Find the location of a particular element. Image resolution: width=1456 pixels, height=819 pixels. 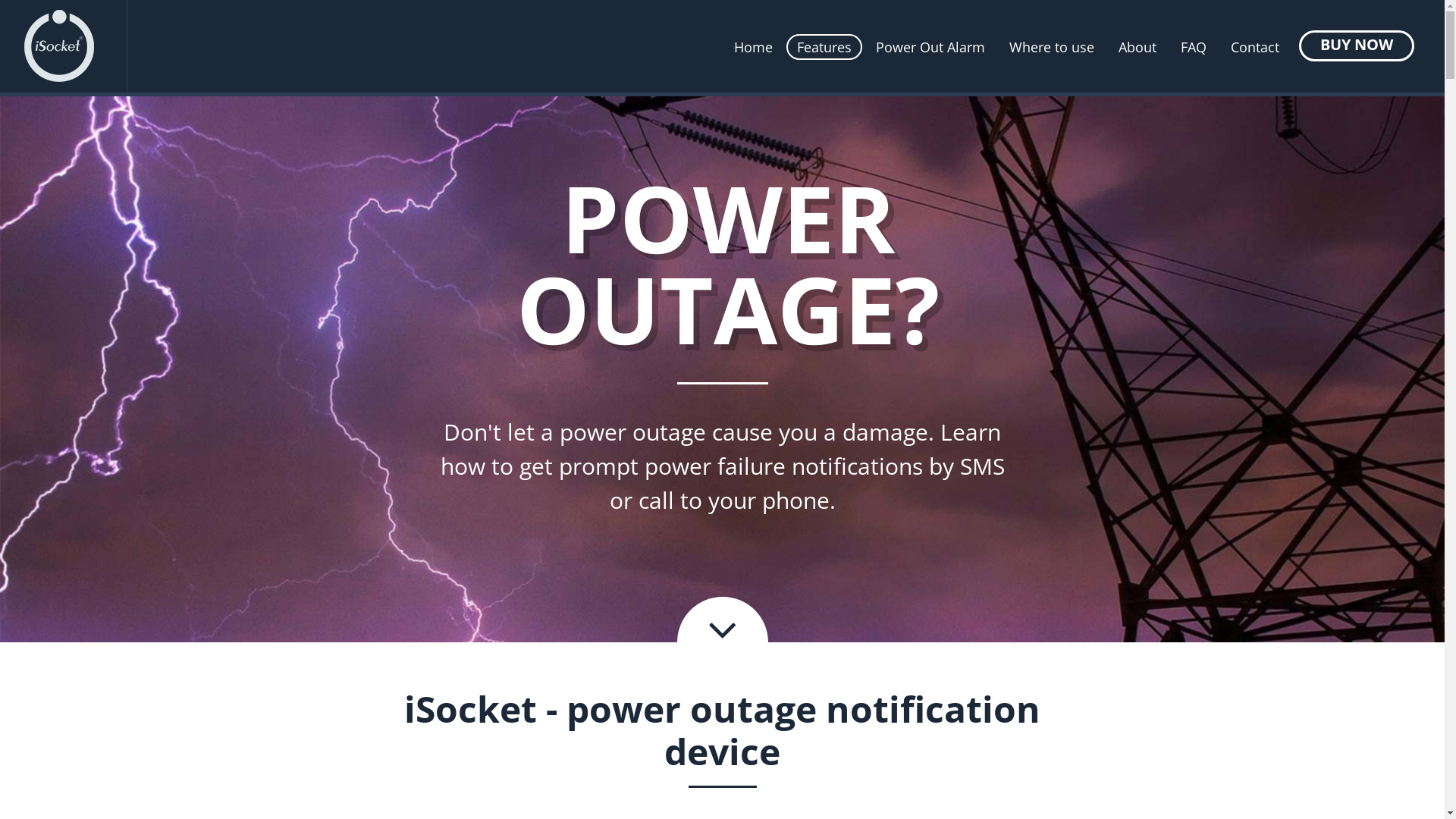

'BUY NOW' is located at coordinates (1357, 45).